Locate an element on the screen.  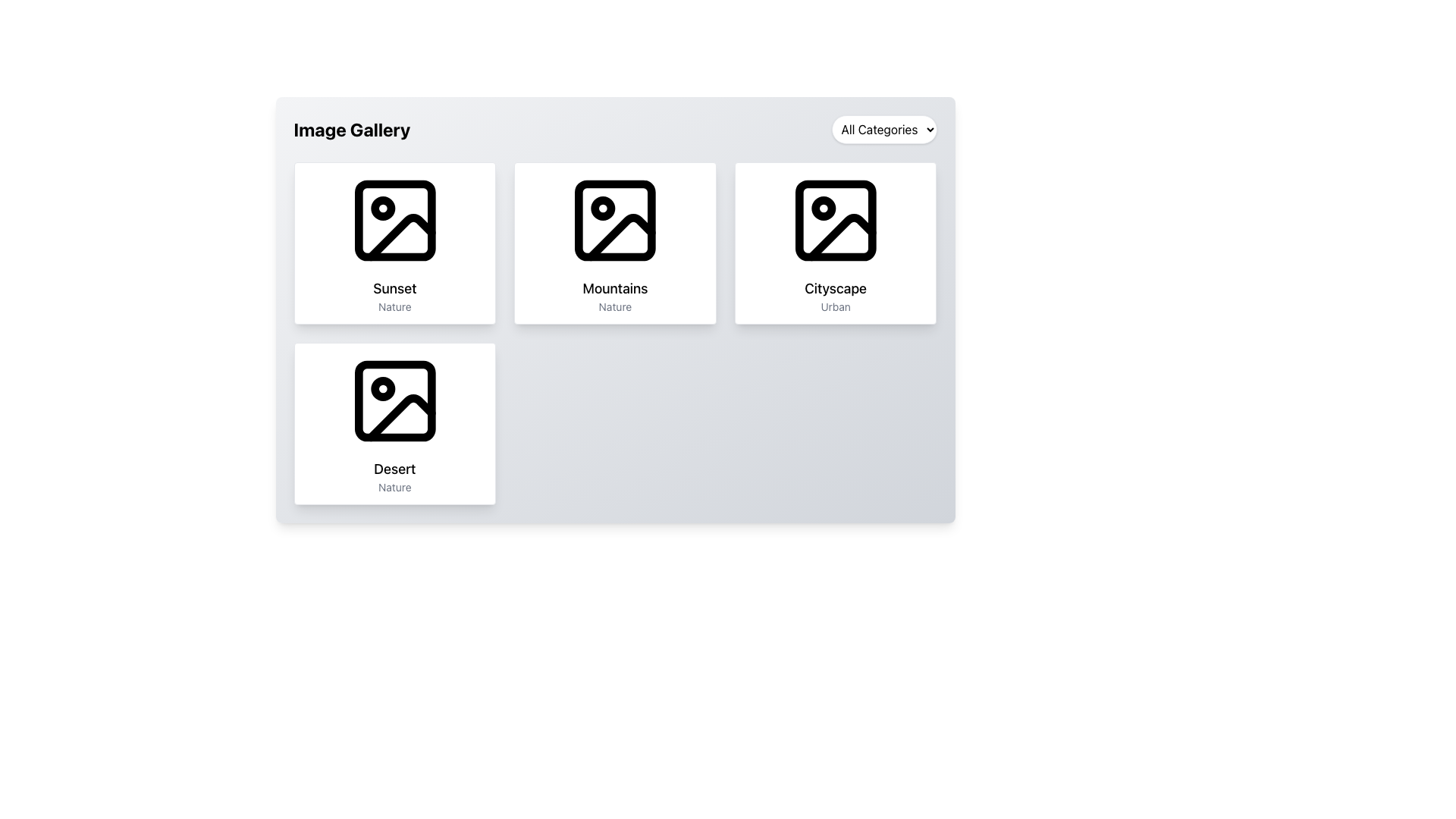
the text label displaying 'Nature' that is styled with a small font size and gray color, located at the bottom of the card labeled 'Sunset' is located at coordinates (394, 307).